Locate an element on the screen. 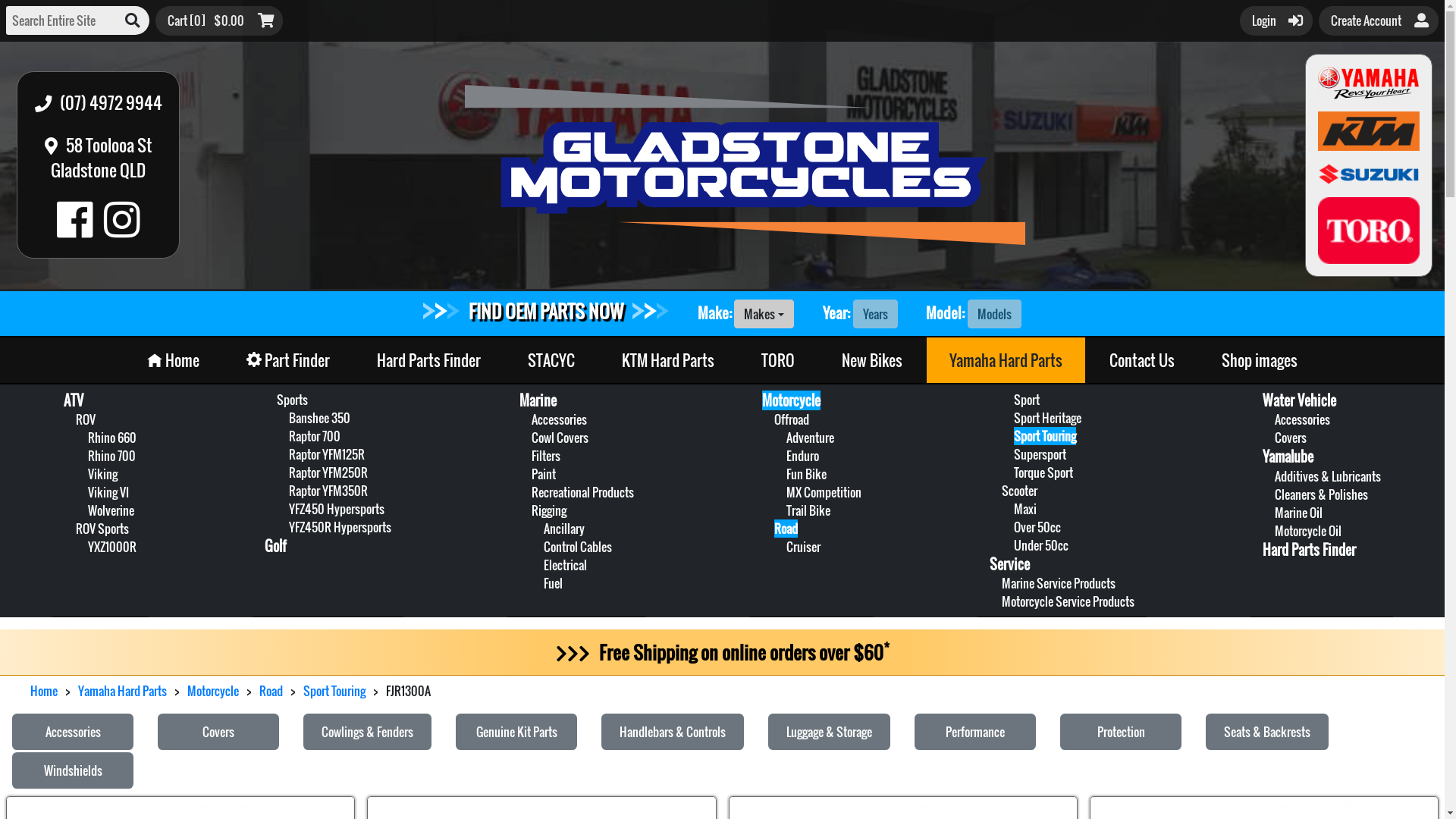 This screenshot has height=819, width=1456. 'Recreational Products' is located at coordinates (582, 491).